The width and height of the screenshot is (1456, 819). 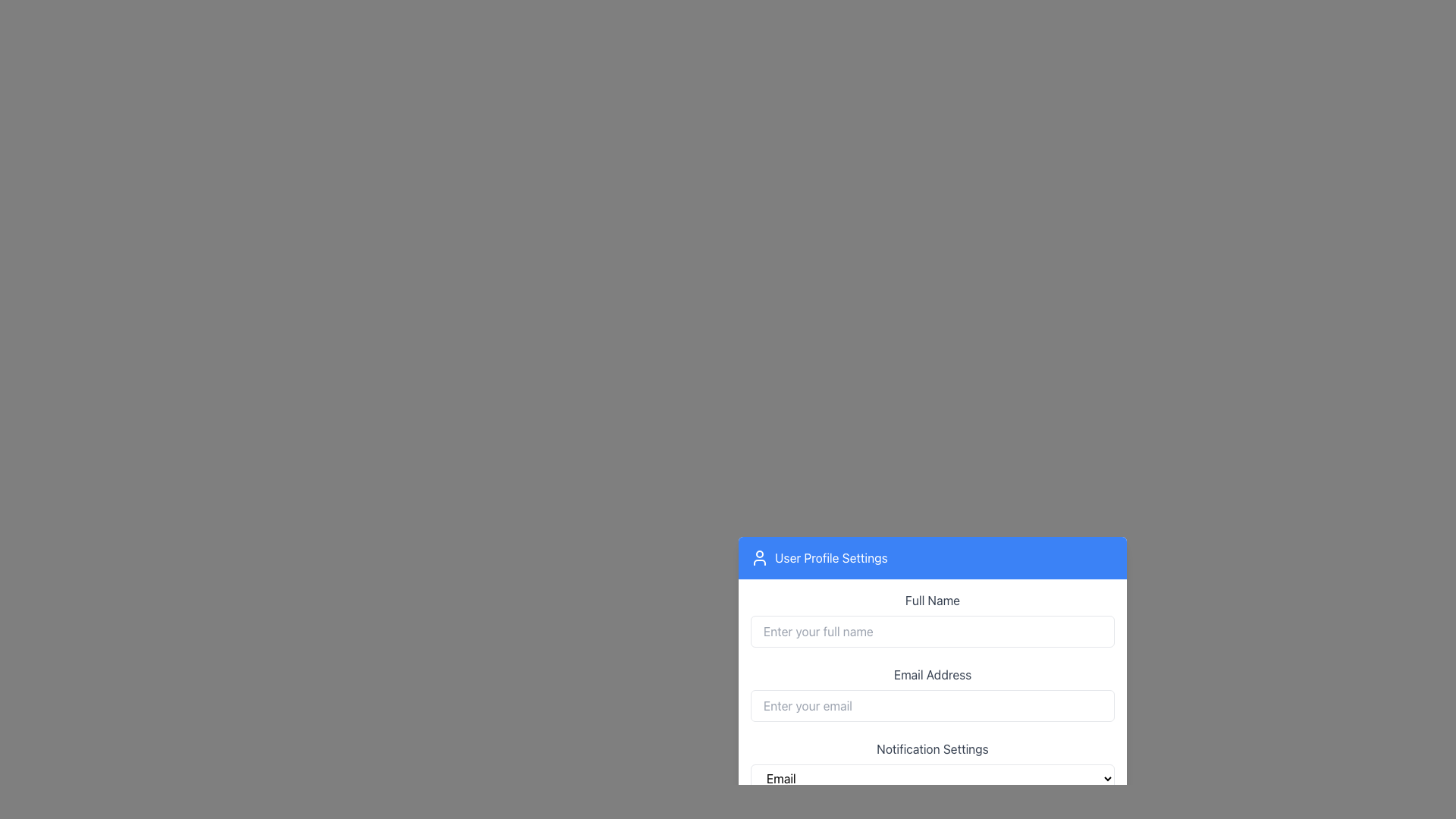 I want to click on the User Profile icon, which features a simplistic design with a circular head and shoulders, located on the left side of the header section titled 'User Profile Settings', so click(x=760, y=557).